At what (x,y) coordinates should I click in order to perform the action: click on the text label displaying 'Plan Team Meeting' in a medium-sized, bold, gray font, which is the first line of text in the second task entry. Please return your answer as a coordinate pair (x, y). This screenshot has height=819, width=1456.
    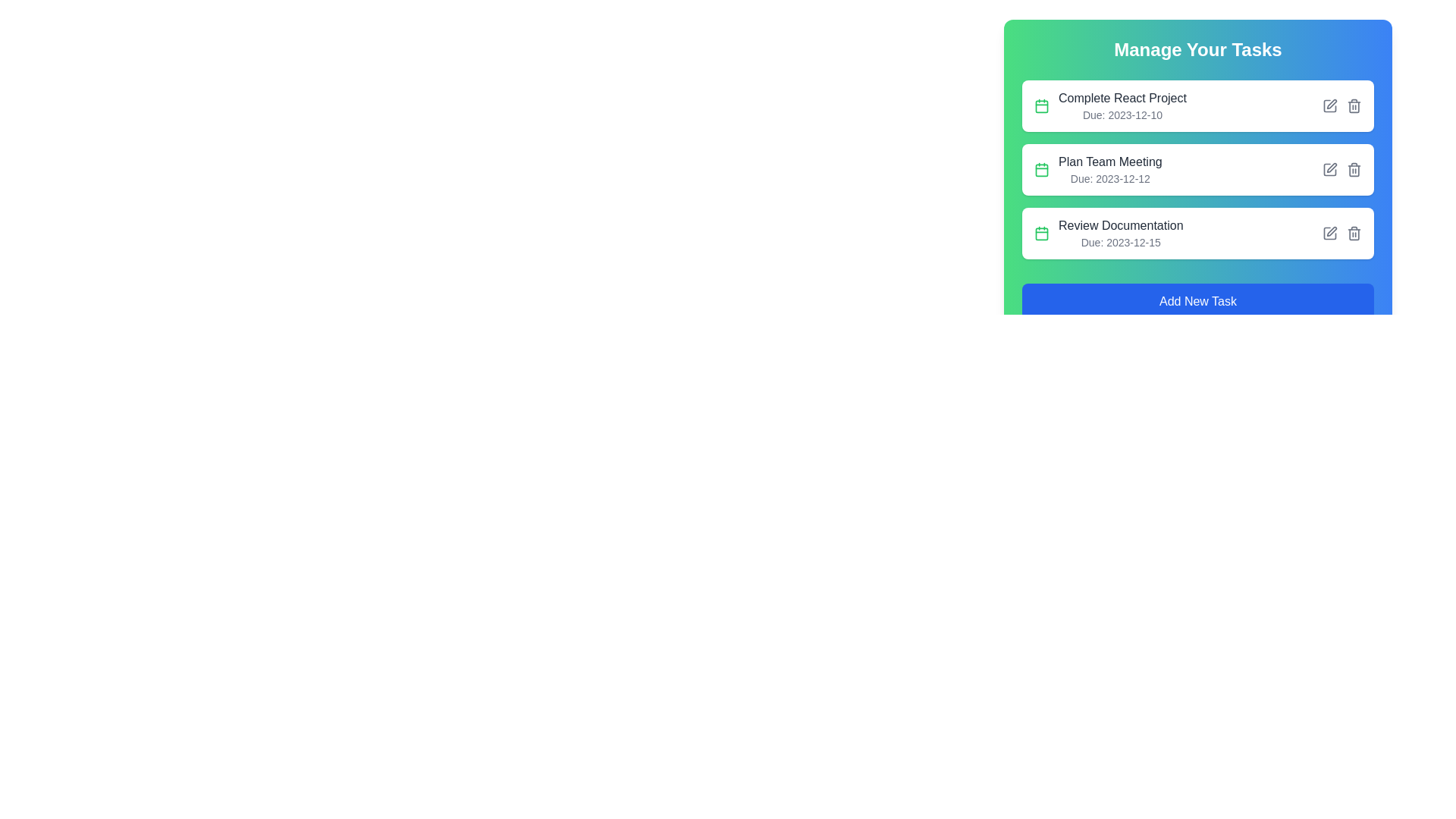
    Looking at the image, I should click on (1110, 162).